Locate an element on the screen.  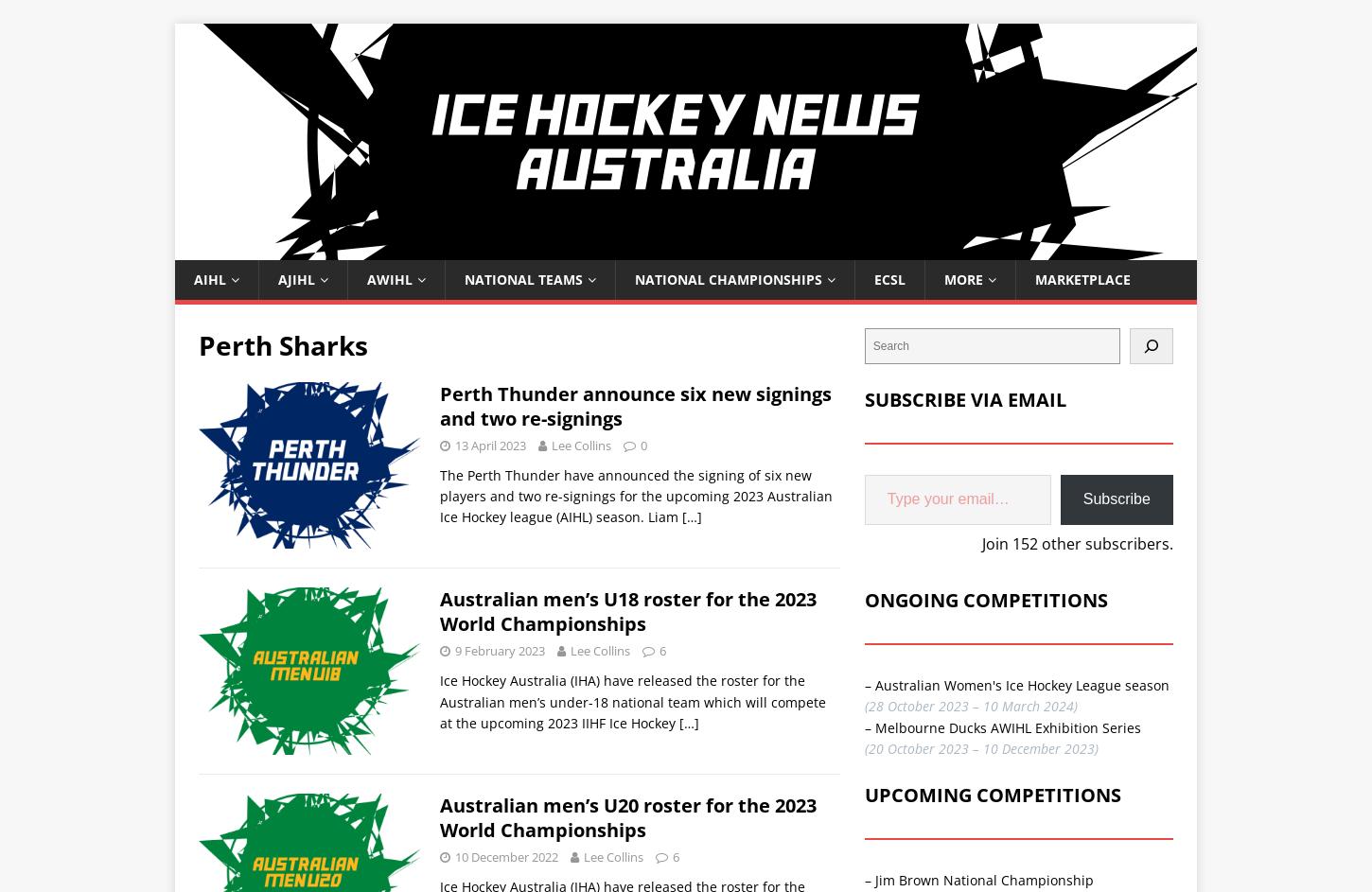
'13 April 2023' is located at coordinates (490, 444).